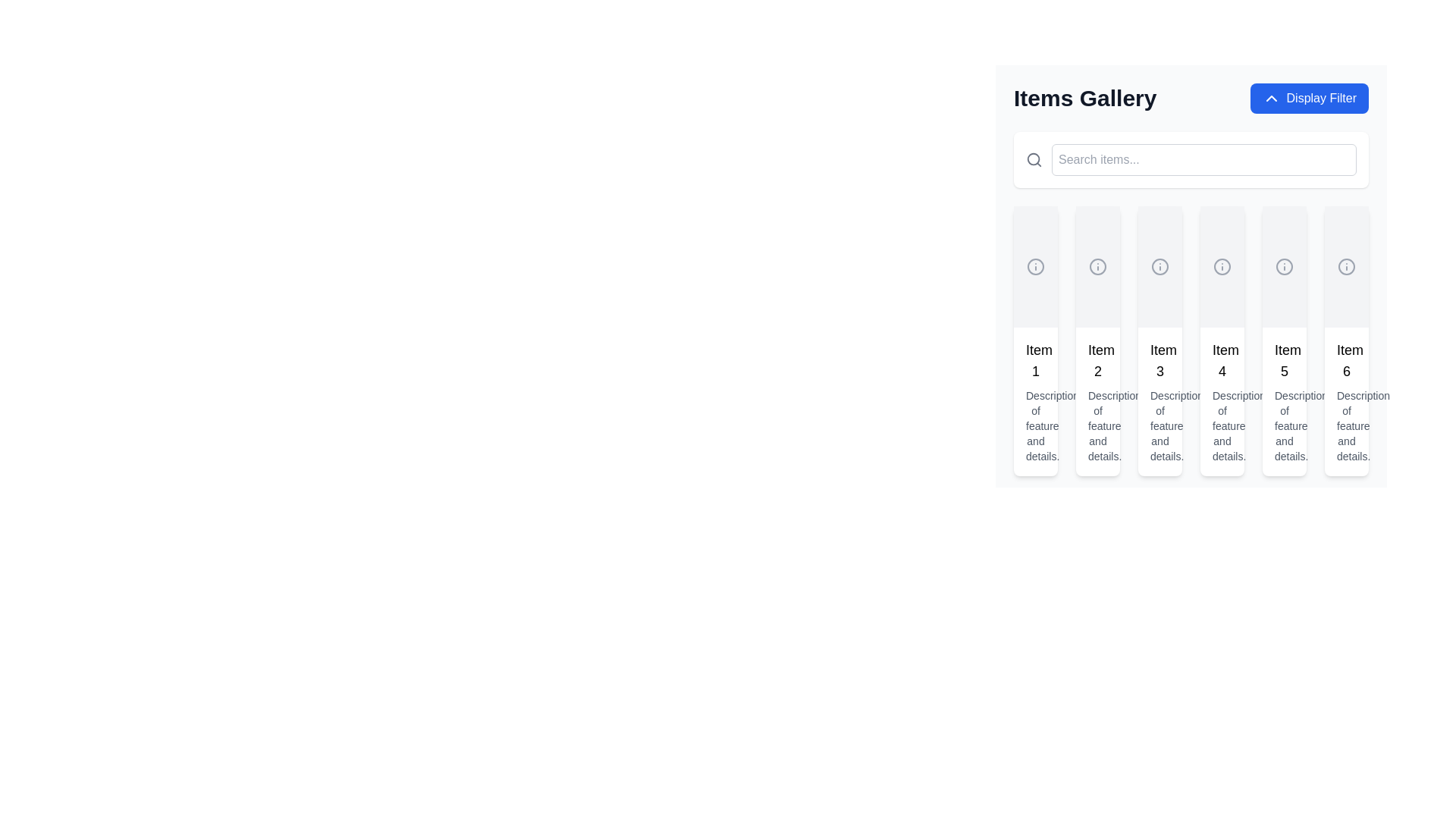 The height and width of the screenshot is (819, 1456). Describe the element at coordinates (1222, 341) in the screenshot. I see `the card labeled 'Item 4' which has a light background and a drop shadow, located in the first row and fourth column of the grid` at that location.